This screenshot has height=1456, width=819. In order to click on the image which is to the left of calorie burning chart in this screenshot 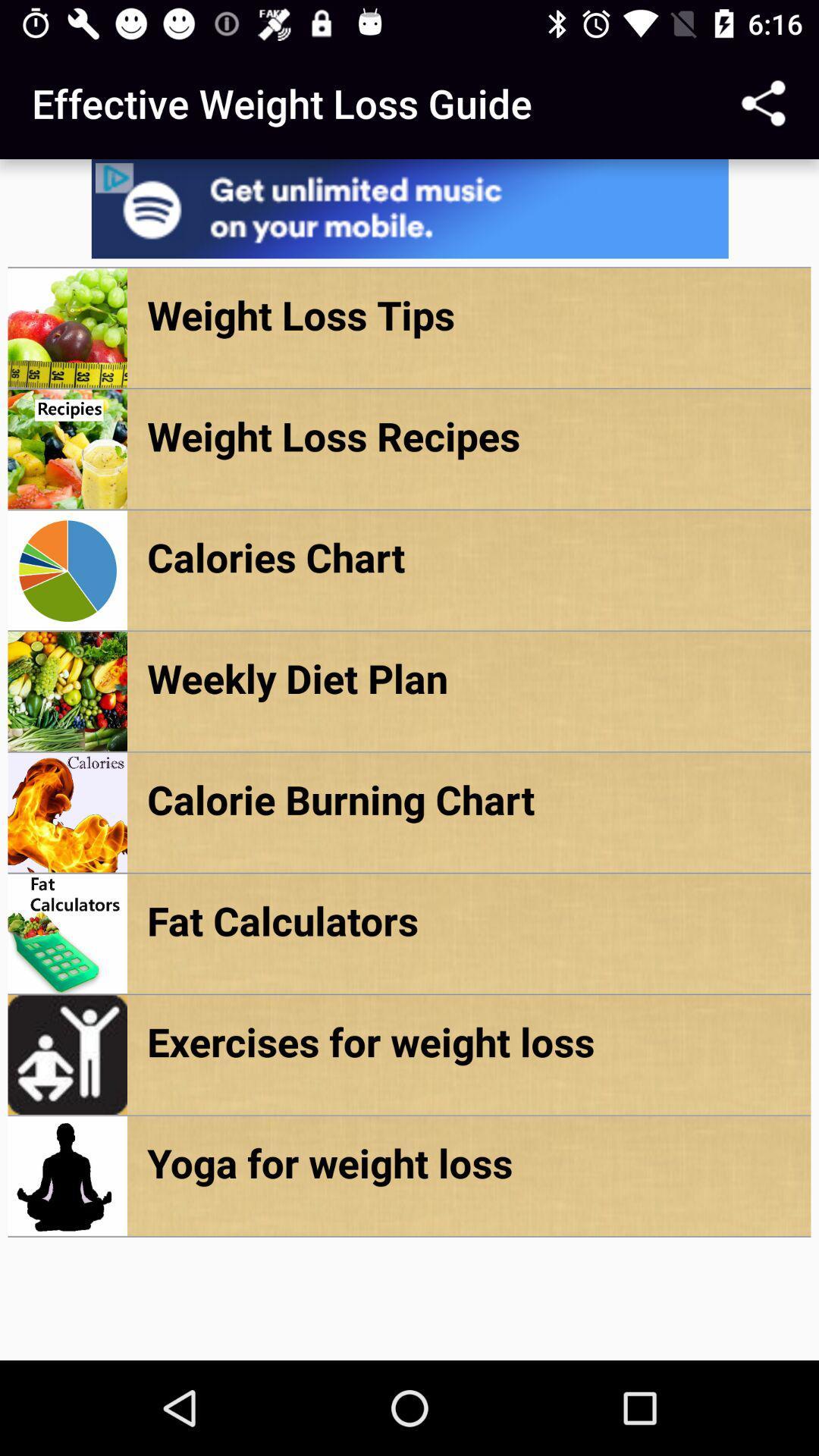, I will do `click(67, 811)`.